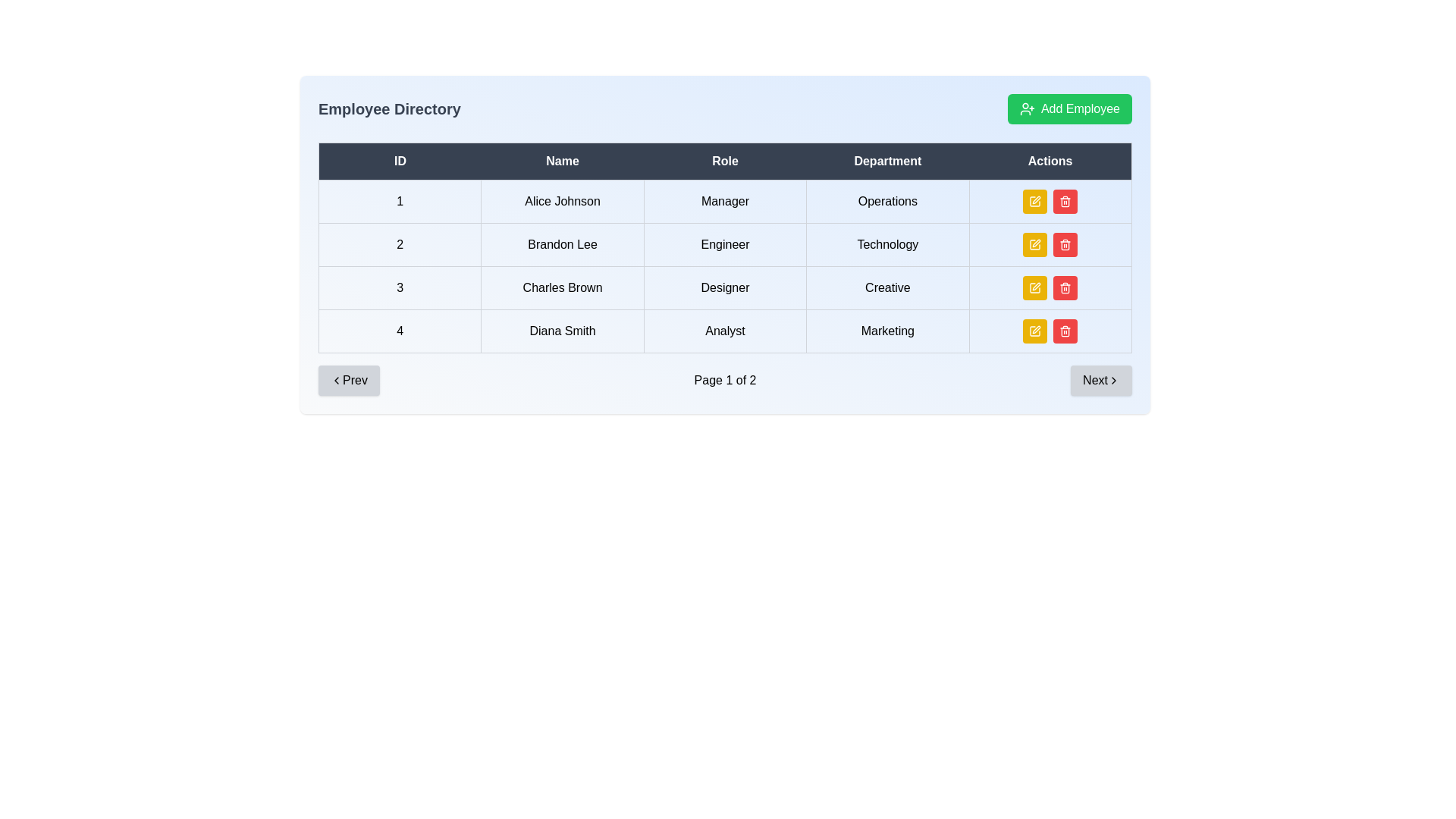 The width and height of the screenshot is (1456, 819). I want to click on the static text display cell containing the text 'Analyst' in the employee directory table for Diana Smith, so click(724, 330).